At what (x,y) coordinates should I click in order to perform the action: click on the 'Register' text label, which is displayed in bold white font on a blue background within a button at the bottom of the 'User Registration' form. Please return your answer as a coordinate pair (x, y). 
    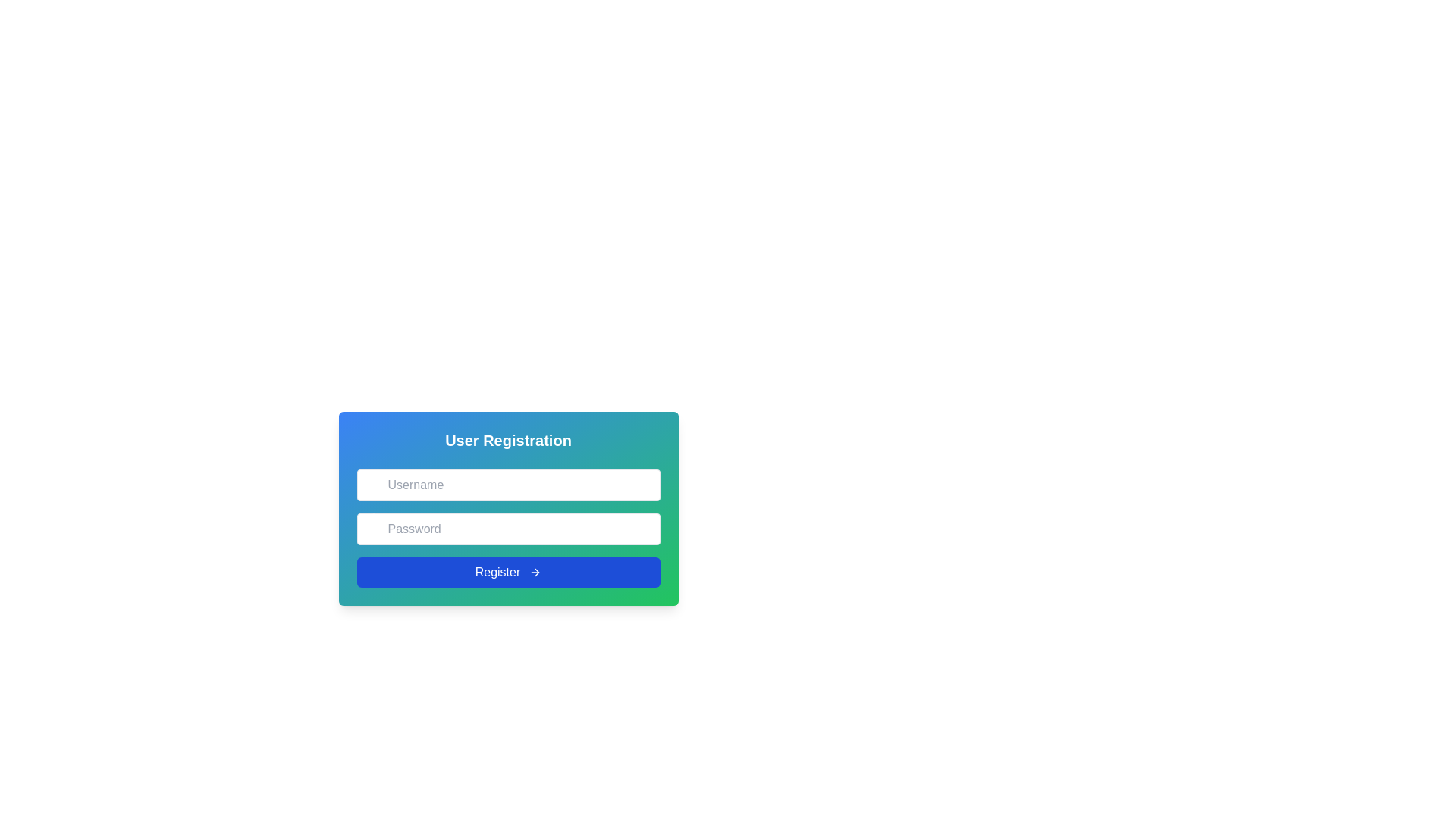
    Looking at the image, I should click on (497, 573).